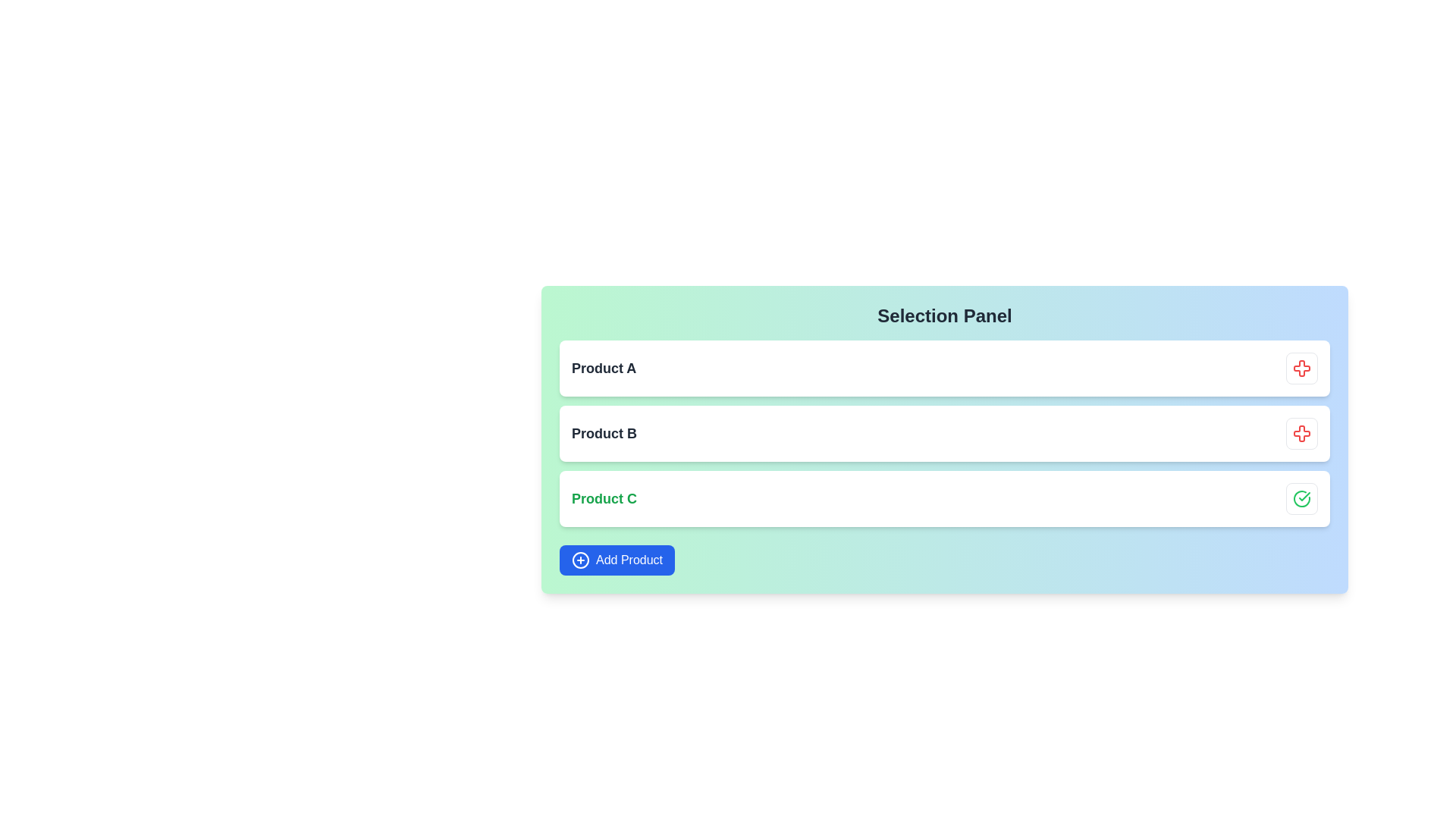 The image size is (1456, 819). Describe the element at coordinates (603, 433) in the screenshot. I see `the textual label displaying 'Product B', styled with a bold font and dark gray coloring, located within a white background box with rounded corners` at that location.